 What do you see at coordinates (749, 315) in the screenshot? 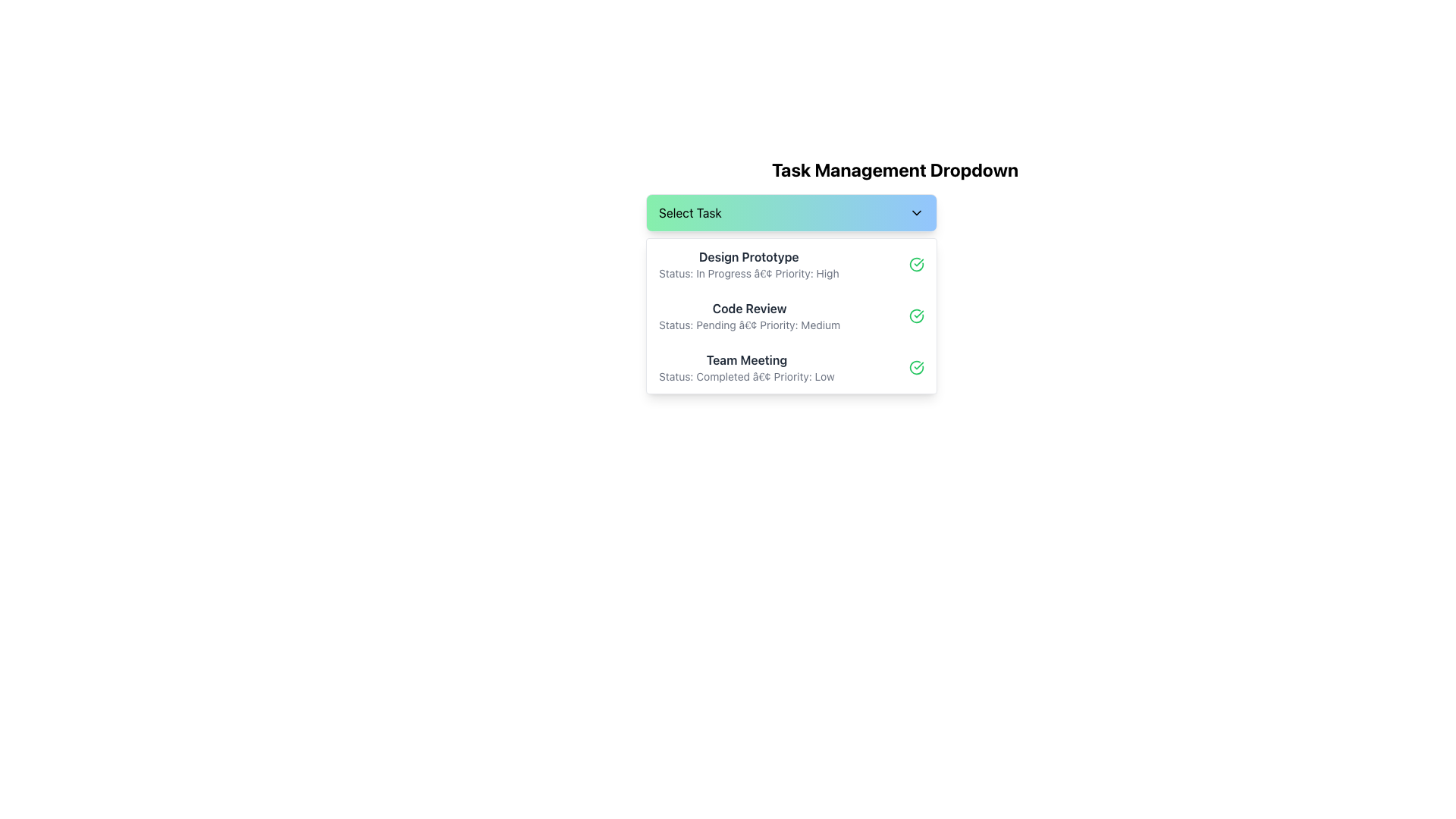
I see `the text label with the bold title 'Code Review' and the secondary line indicating 'Status: Pending • Priority: Medium' in the Task Management Dropdown` at bounding box center [749, 315].